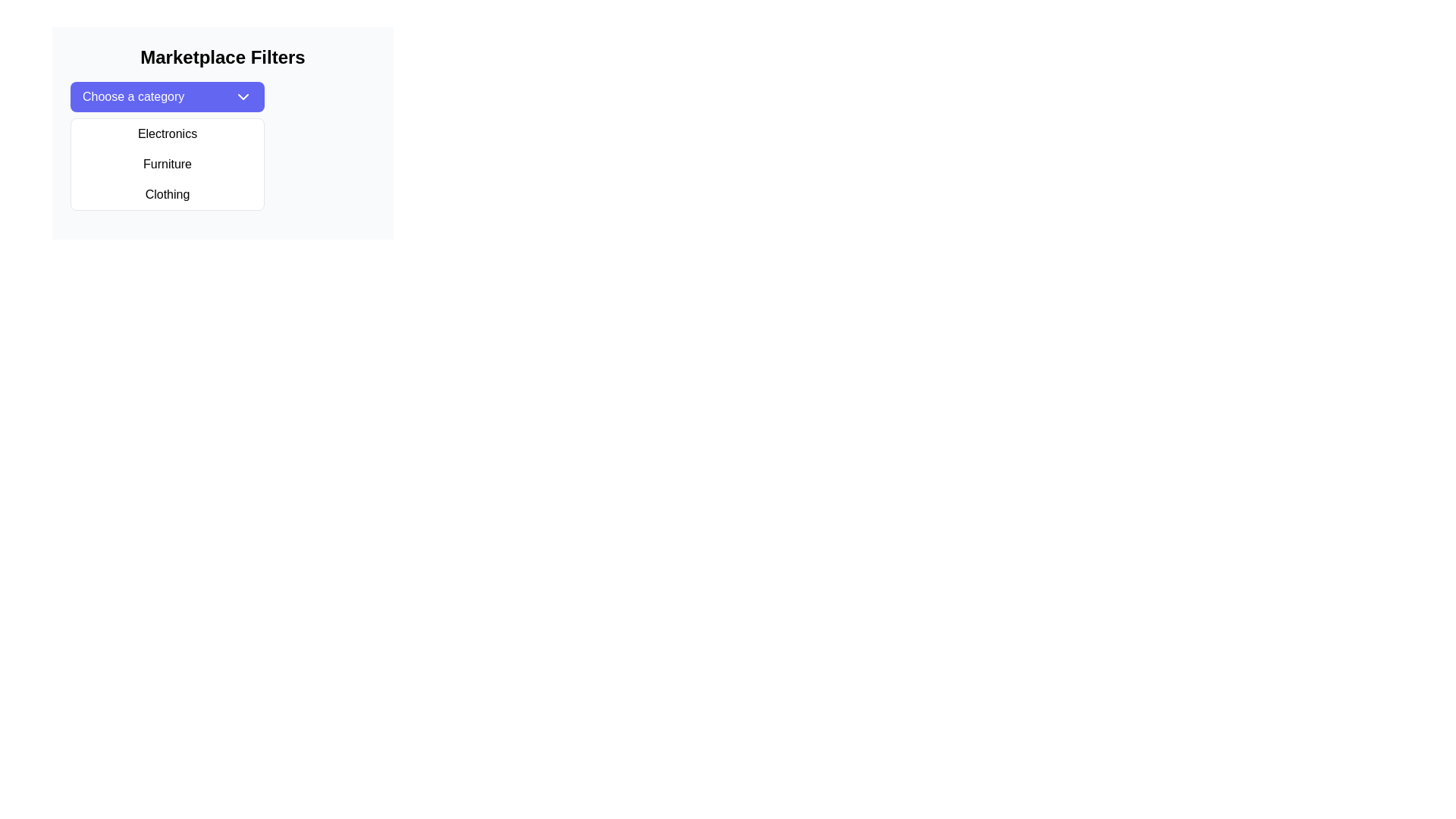  What do you see at coordinates (167, 194) in the screenshot?
I see `the third item in the dropdown menu labeled 'Clothing'` at bounding box center [167, 194].